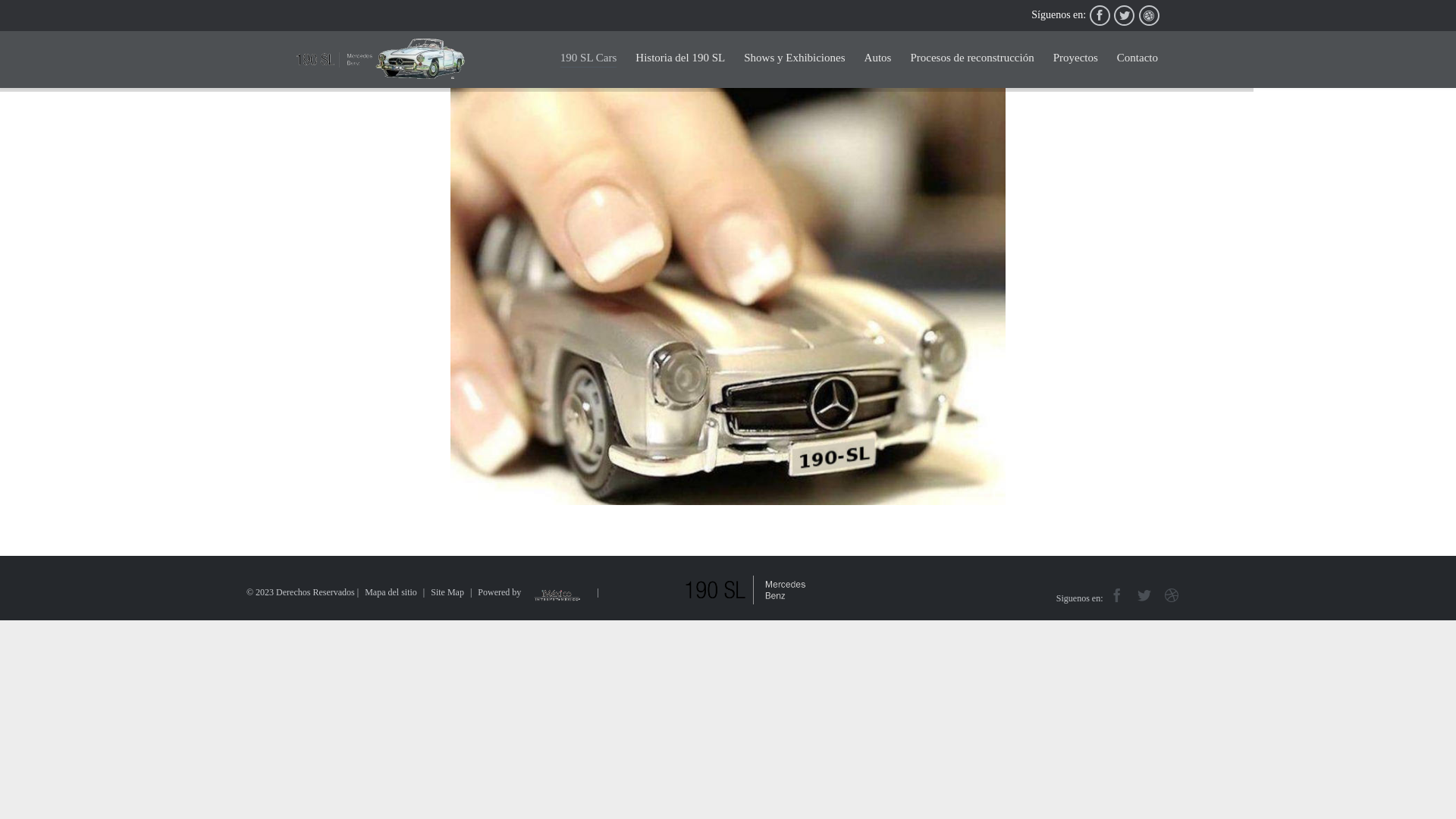 The height and width of the screenshot is (819, 1456). What do you see at coordinates (1075, 58) in the screenshot?
I see `'Proyectos'` at bounding box center [1075, 58].